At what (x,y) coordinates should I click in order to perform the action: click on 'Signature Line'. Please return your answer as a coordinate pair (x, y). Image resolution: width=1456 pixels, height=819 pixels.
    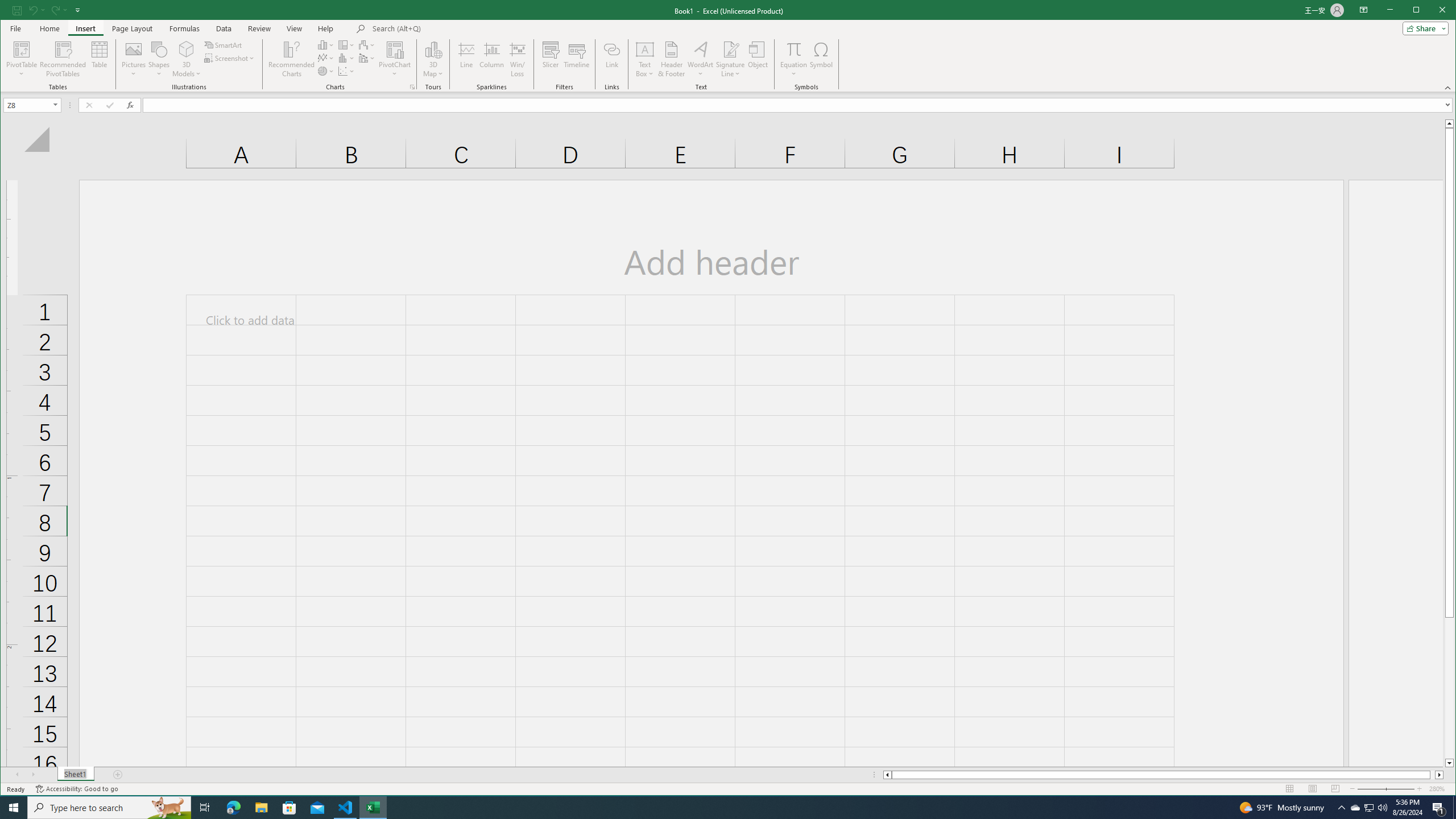
    Looking at the image, I should click on (730, 59).